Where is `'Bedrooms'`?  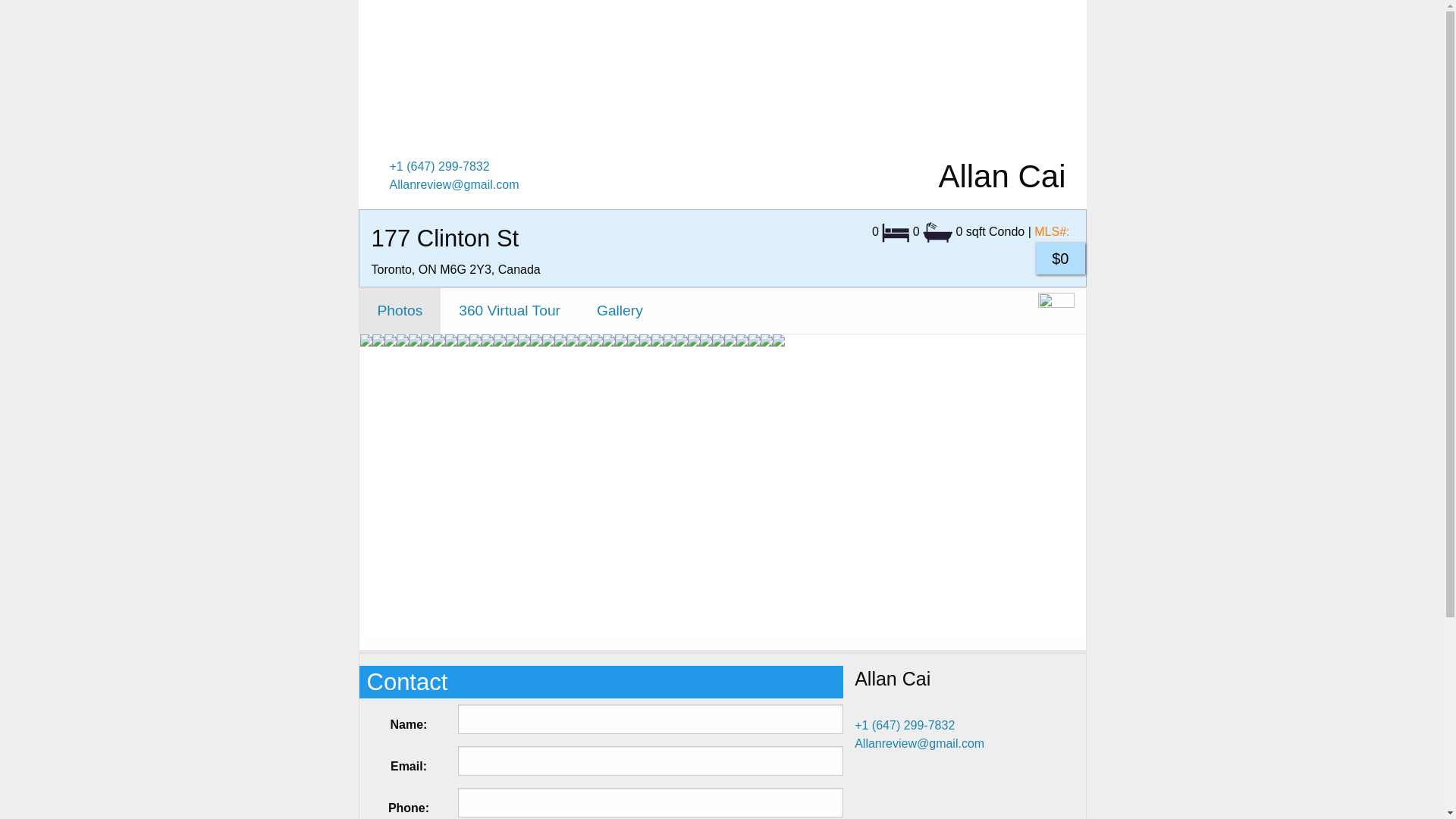
'Bedrooms' is located at coordinates (895, 233).